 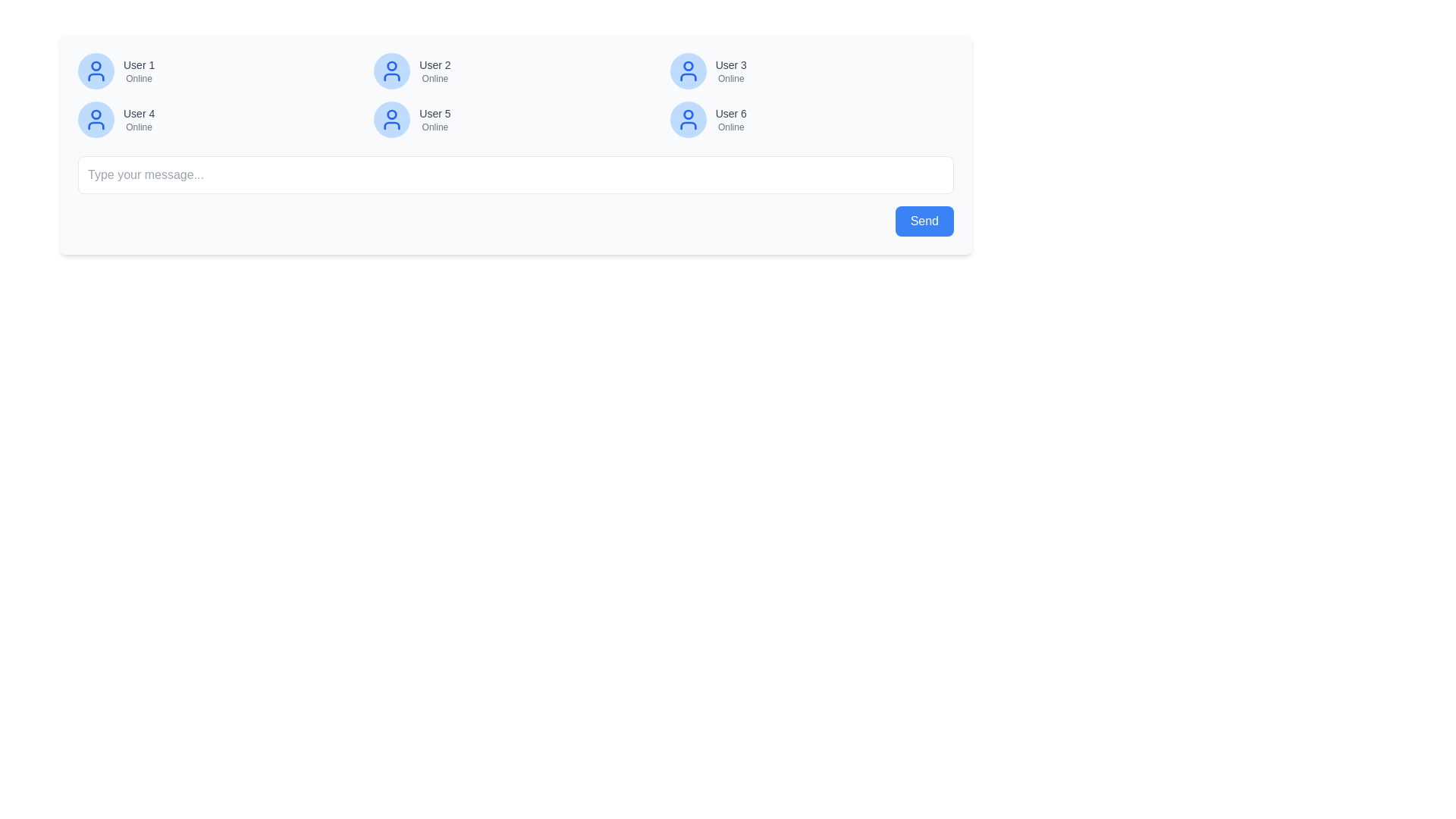 I want to click on the rounded, curved shoulder or torso part of the user icon representing 'User 1 Online', which is styled with blue stroke lines and has no fill color, so click(x=95, y=77).